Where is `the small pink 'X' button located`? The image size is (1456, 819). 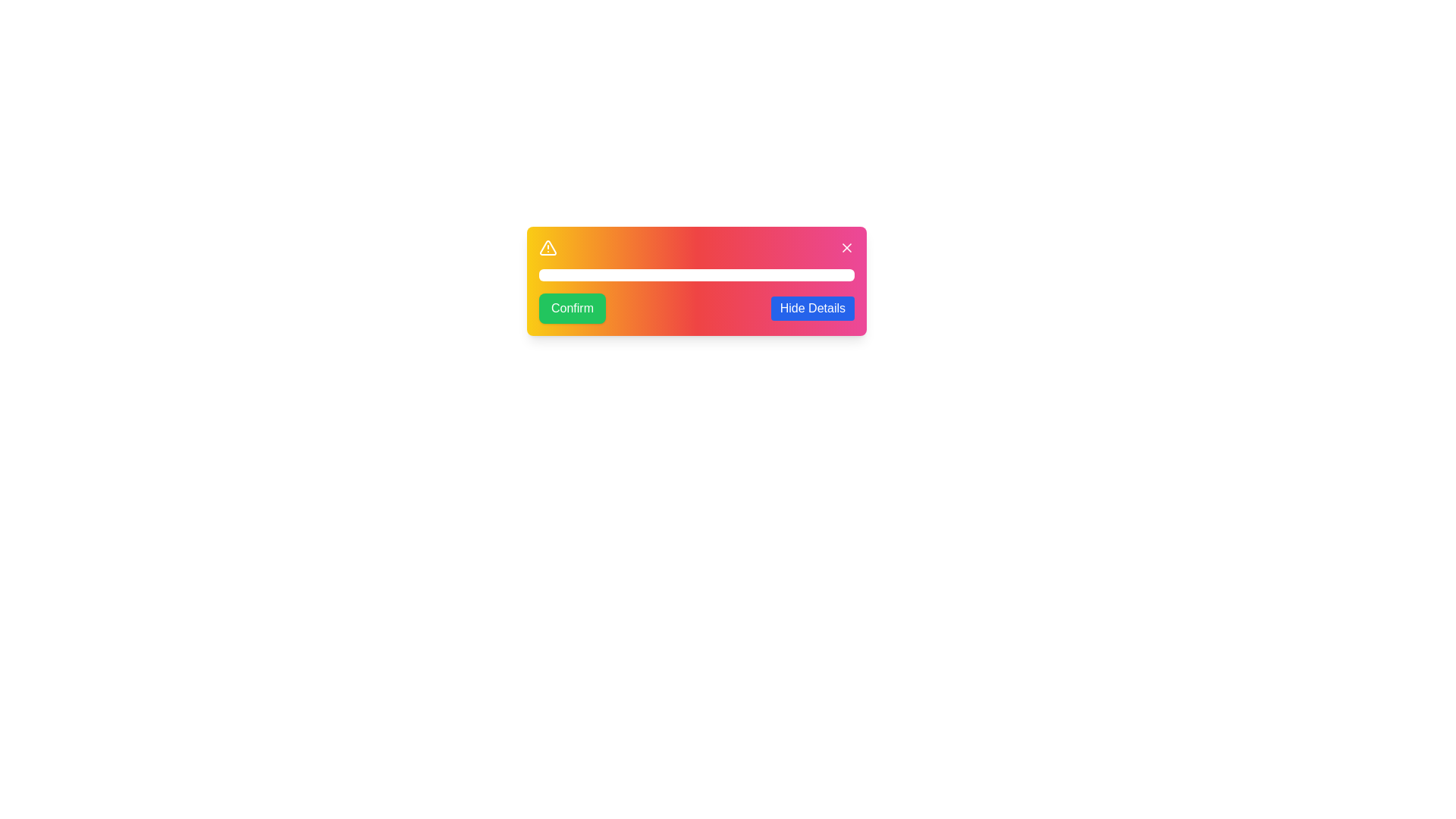 the small pink 'X' button located is located at coordinates (846, 247).